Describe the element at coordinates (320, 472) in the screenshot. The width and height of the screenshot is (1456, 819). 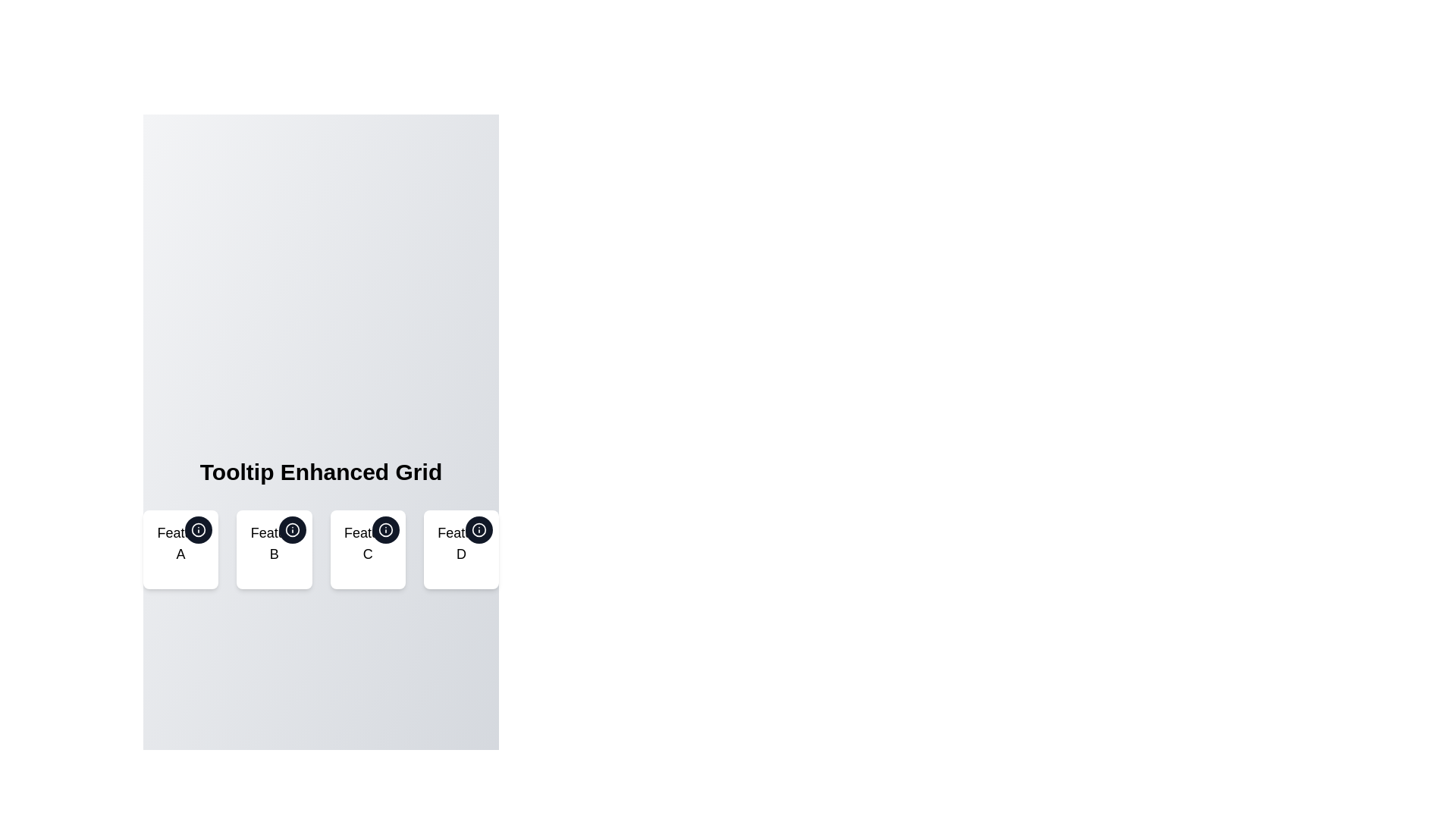
I see `the bold headline styled as 'Tooltip Enhanced Grid', which is prominently displayed and centered at the top of the feature section` at that location.